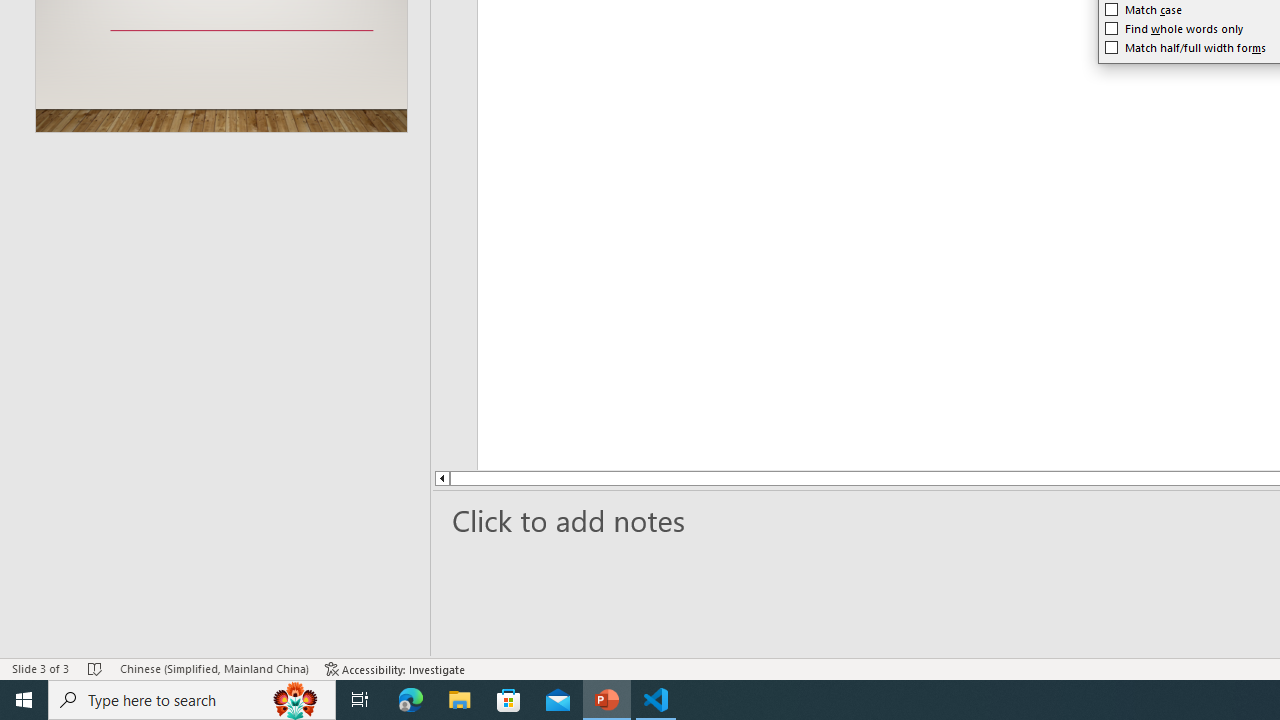 The height and width of the screenshot is (720, 1280). What do you see at coordinates (294, 698) in the screenshot?
I see `'Search highlights icon opens search home window'` at bounding box center [294, 698].